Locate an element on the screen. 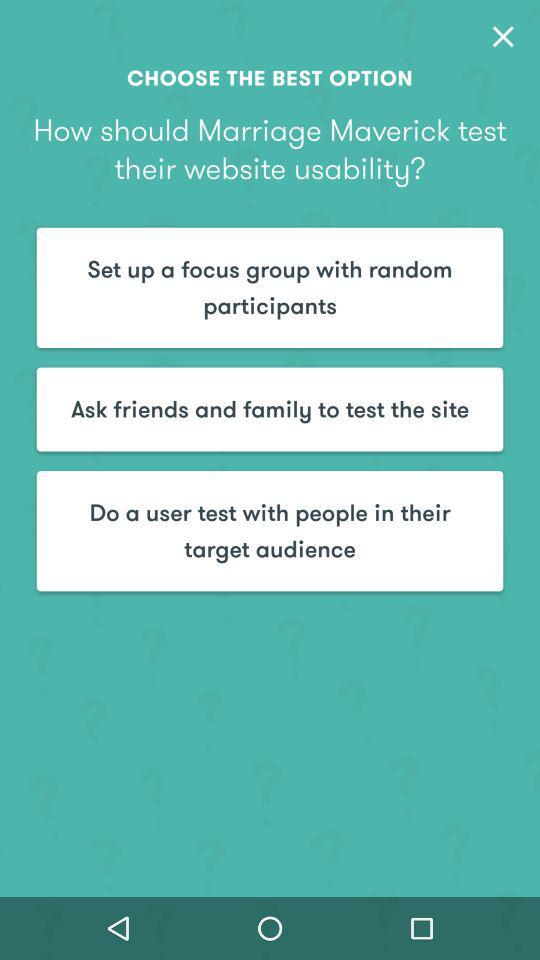  item at the top right corner is located at coordinates (502, 35).